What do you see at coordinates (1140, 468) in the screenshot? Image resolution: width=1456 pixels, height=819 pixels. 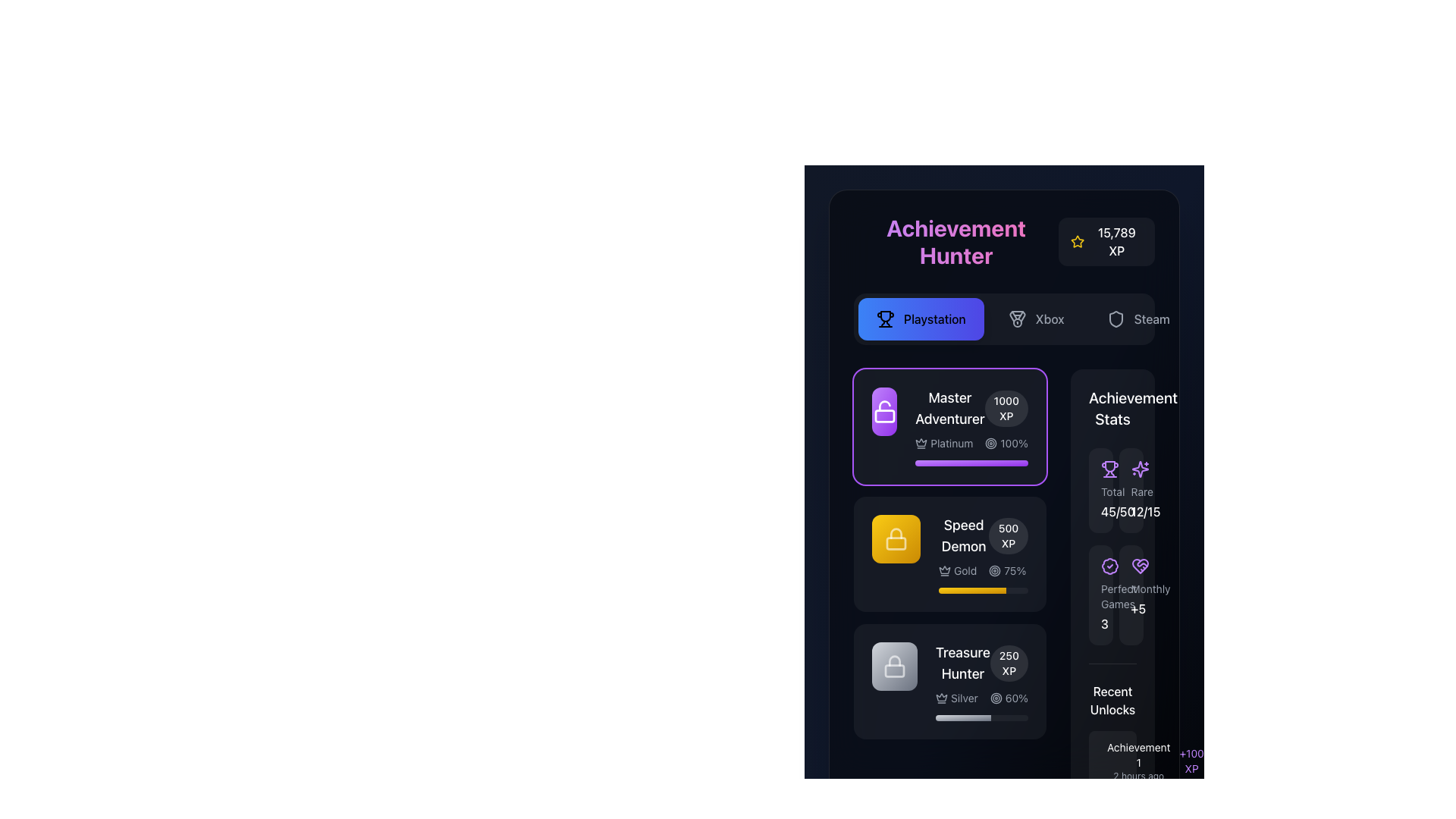 I see `the central SVG graphic icon in the Achievement Stats section, which is the largest among its siblings and located in the header area on the right side` at bounding box center [1140, 468].